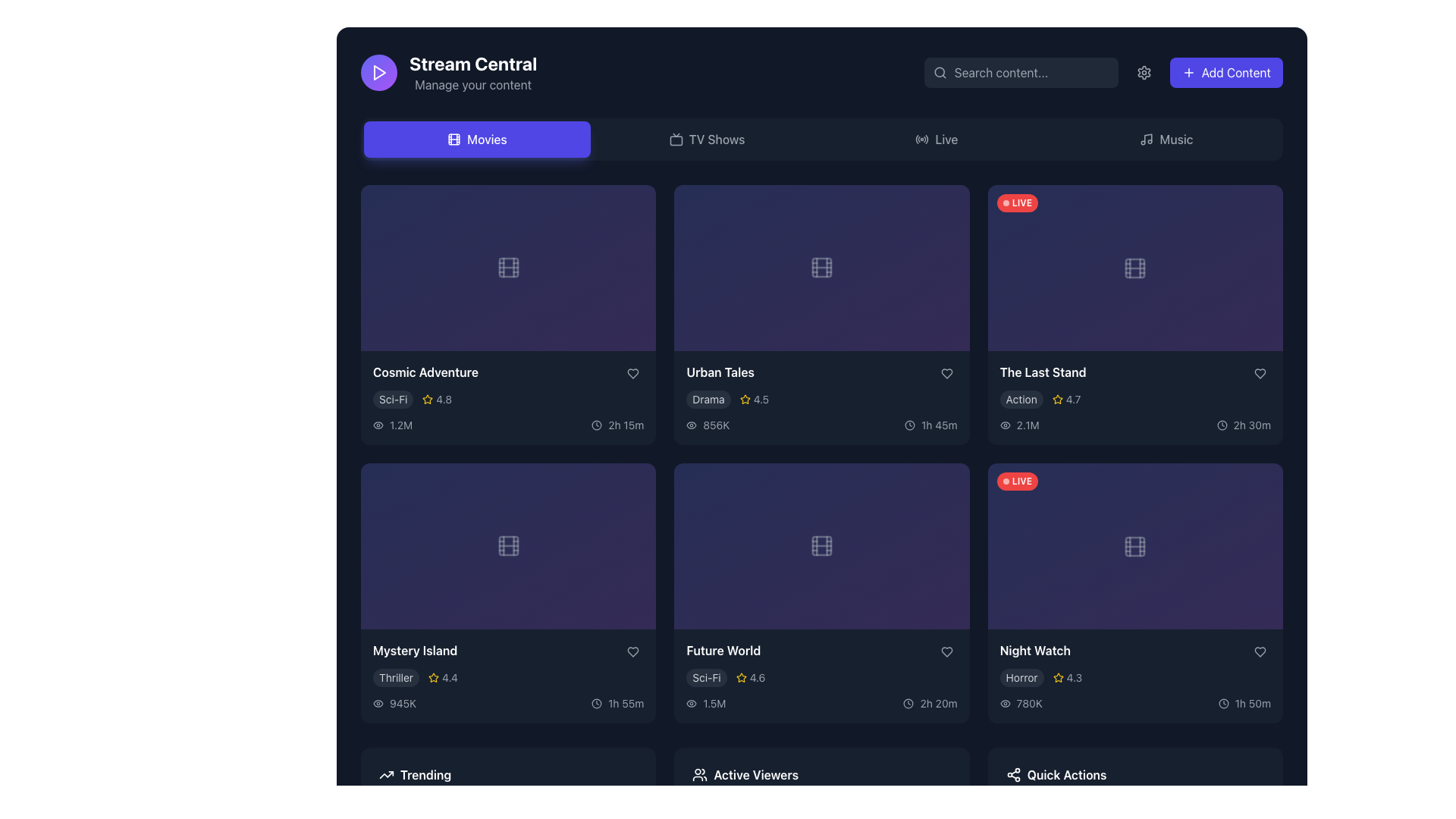  I want to click on the heart icon button within 'The Last Stand' movie card, so click(1260, 374).